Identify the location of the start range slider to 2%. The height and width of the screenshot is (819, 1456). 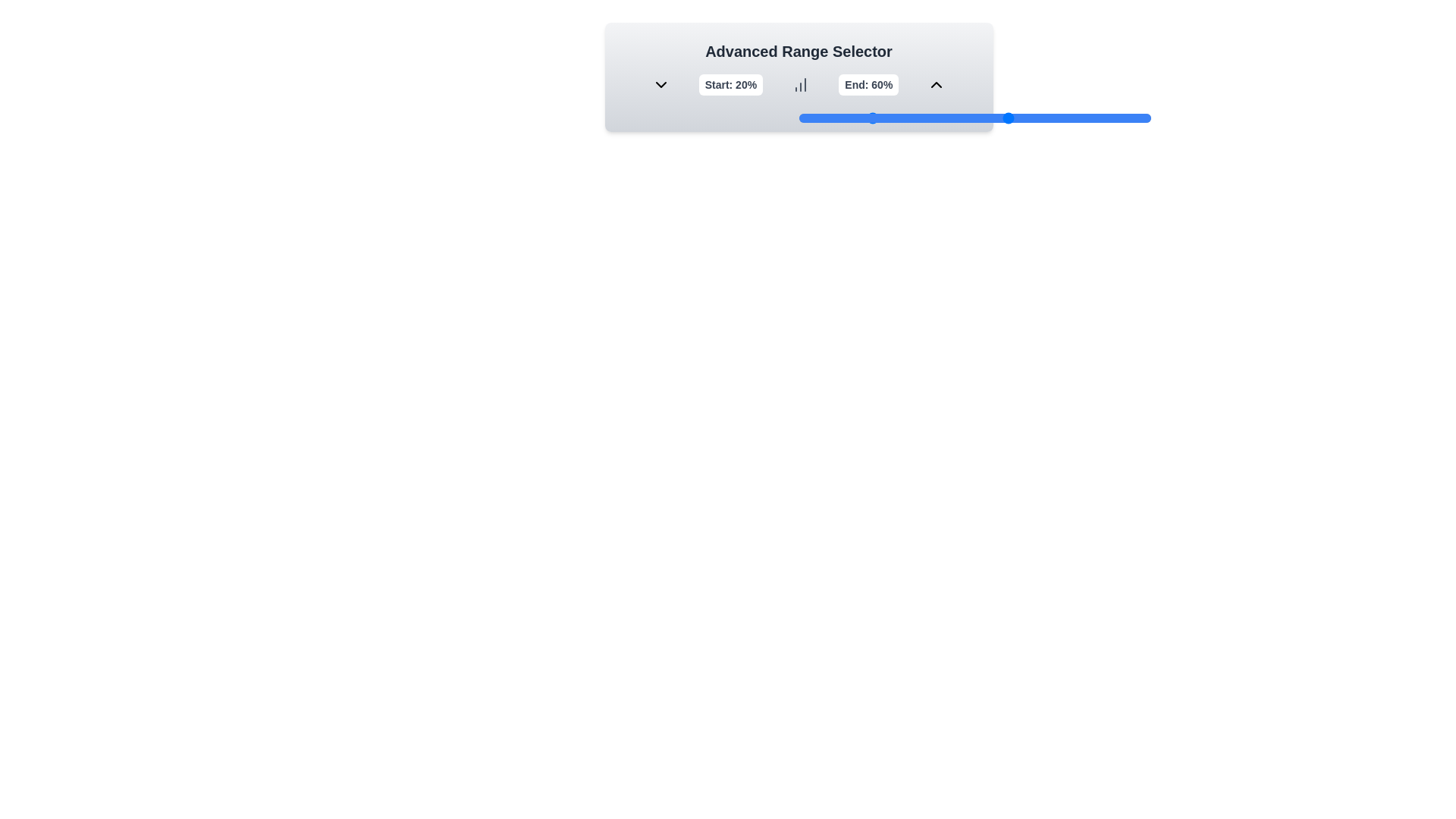
(805, 117).